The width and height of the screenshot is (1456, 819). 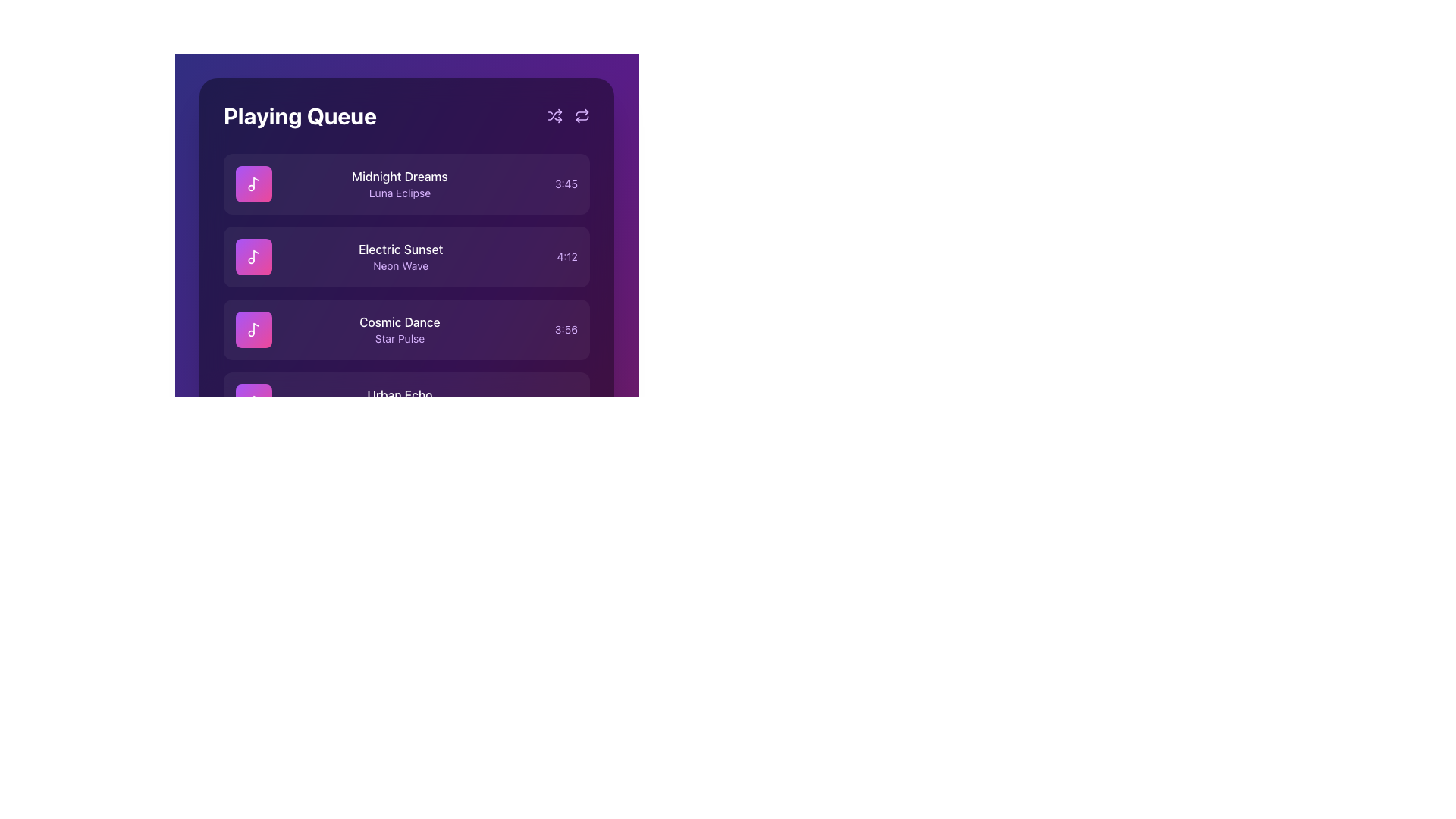 What do you see at coordinates (566, 184) in the screenshot?
I see `text displayed in the purple-colored text label showing '3:45', located to the right side of the song title 'Midnight Dreams' in the music queue interface` at bounding box center [566, 184].